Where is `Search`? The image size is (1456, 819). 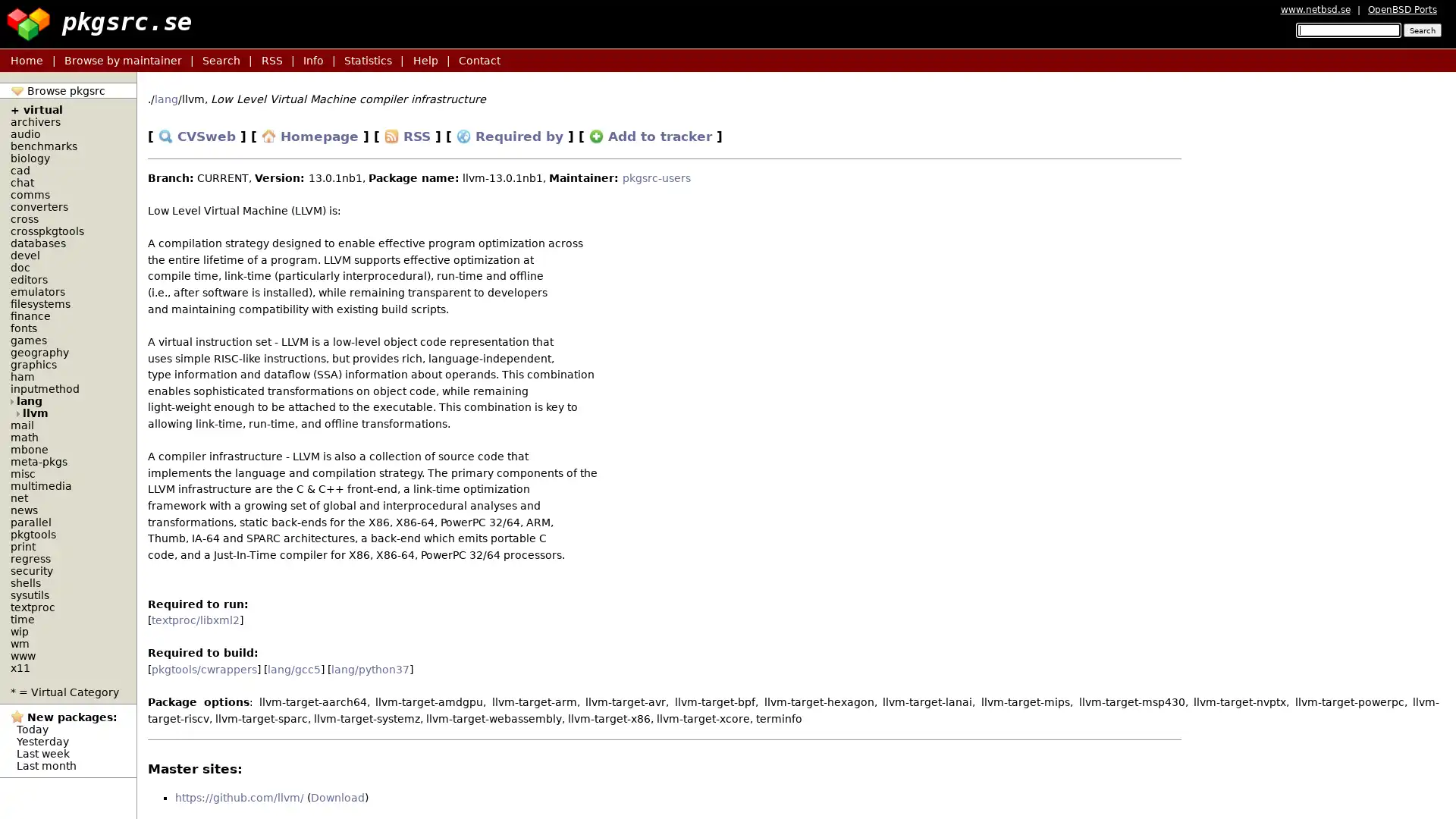 Search is located at coordinates (1421, 30).